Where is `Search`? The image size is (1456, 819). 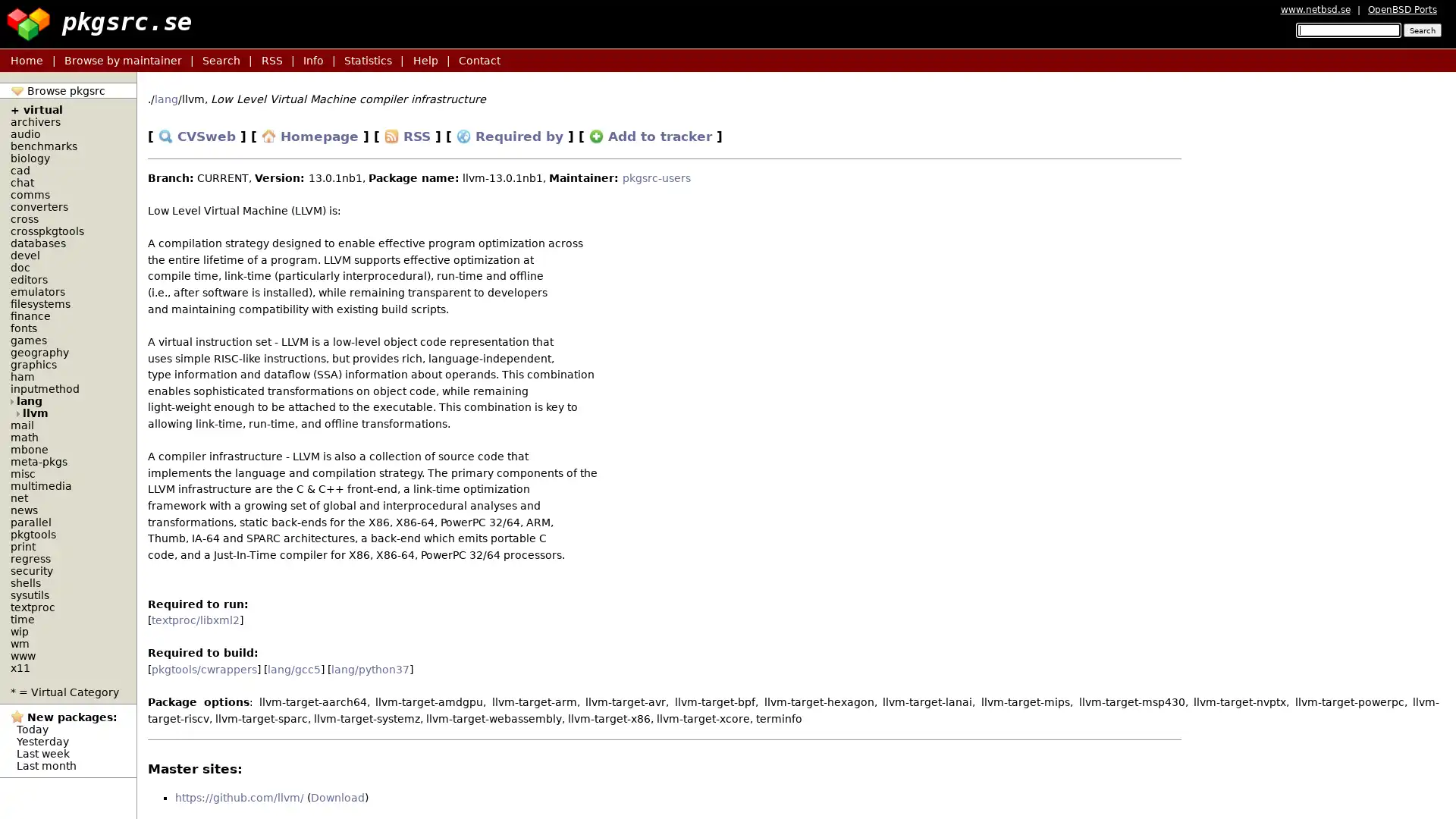 Search is located at coordinates (1421, 30).